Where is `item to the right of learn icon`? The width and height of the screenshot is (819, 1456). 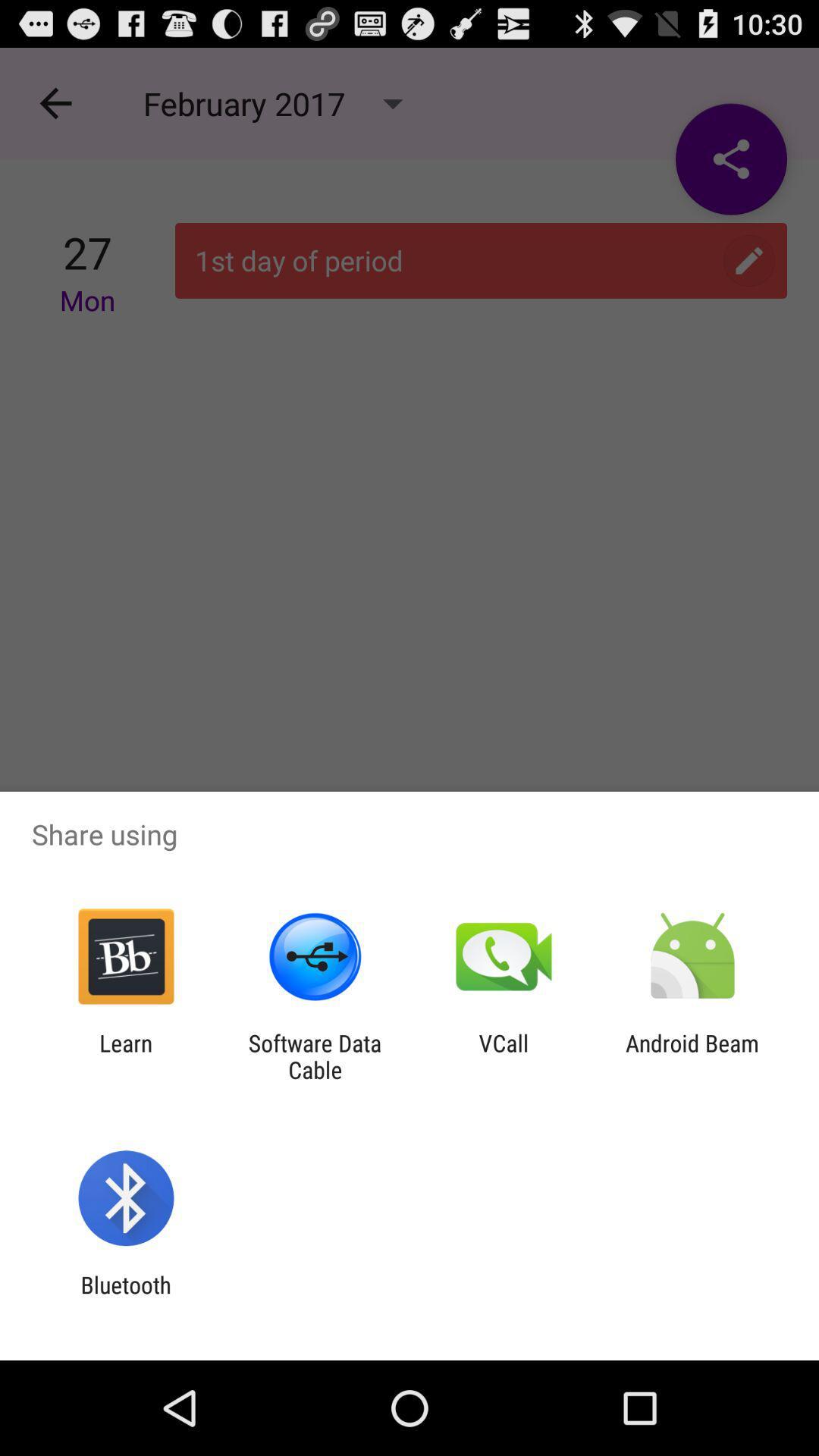
item to the right of learn icon is located at coordinates (314, 1056).